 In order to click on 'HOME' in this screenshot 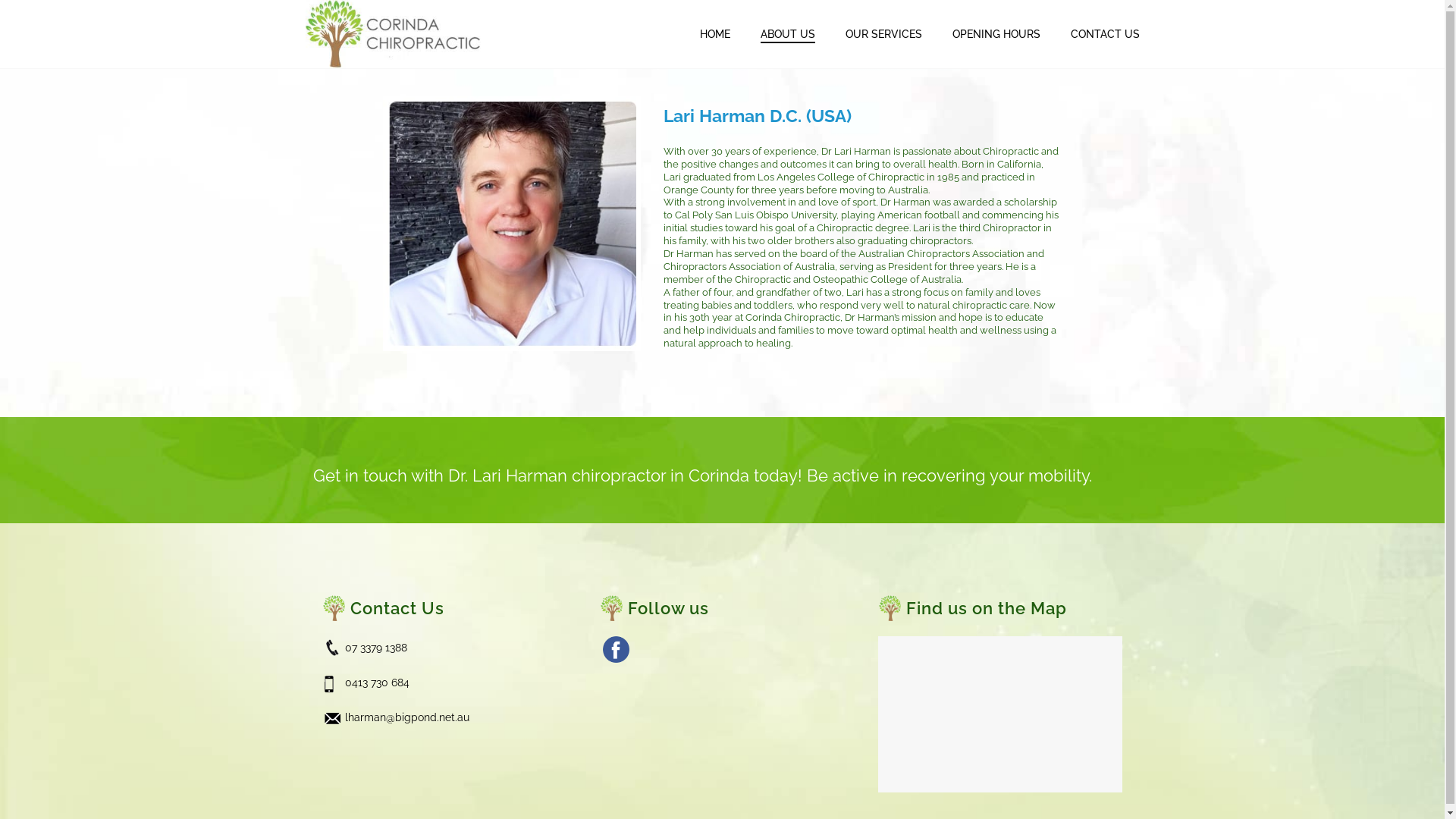, I will do `click(713, 34)`.